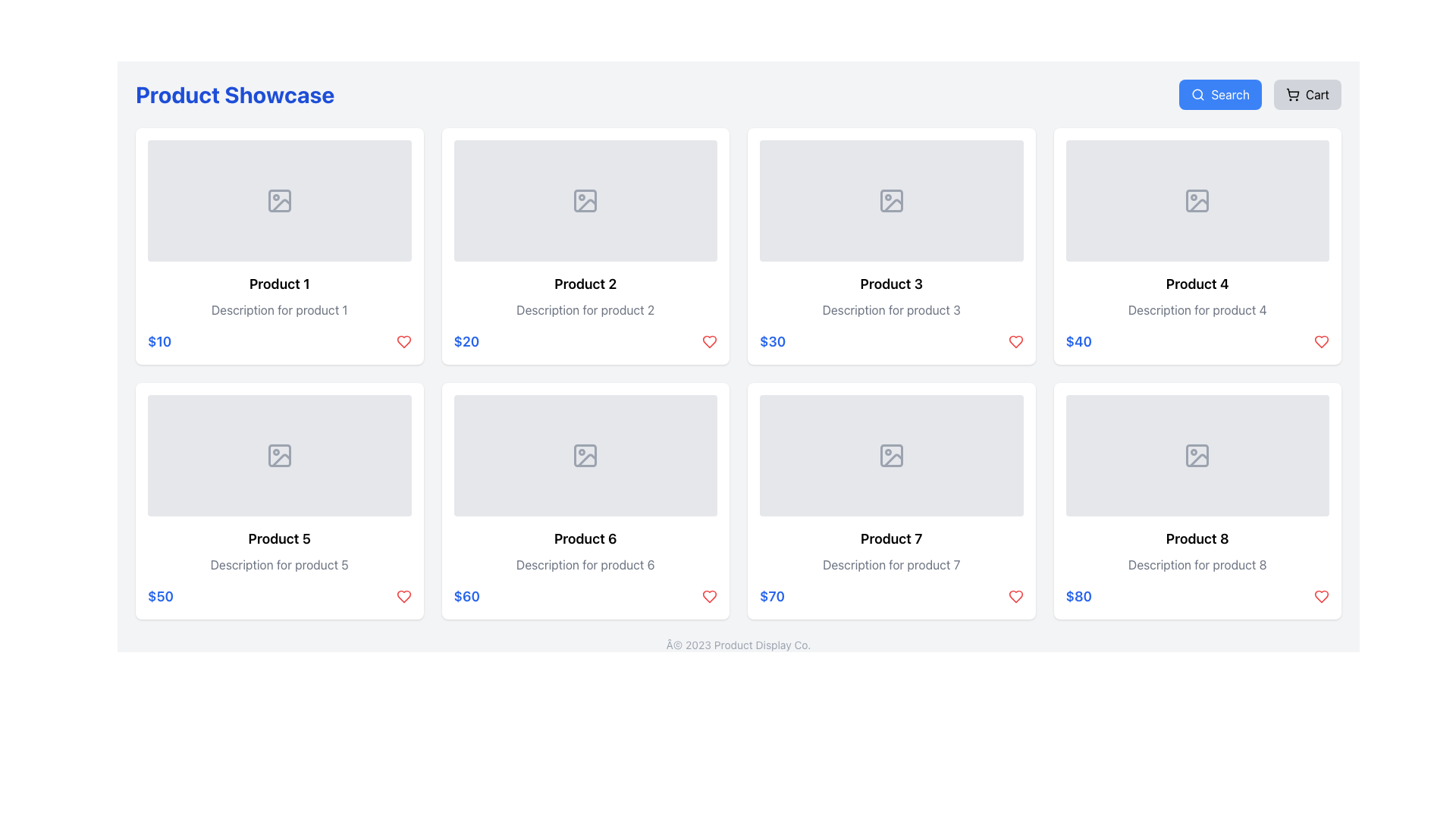 This screenshot has width=1456, height=819. What do you see at coordinates (585, 284) in the screenshot?
I see `the bold text label 'Product 2' located in the second product card at the specified coordinates` at bounding box center [585, 284].